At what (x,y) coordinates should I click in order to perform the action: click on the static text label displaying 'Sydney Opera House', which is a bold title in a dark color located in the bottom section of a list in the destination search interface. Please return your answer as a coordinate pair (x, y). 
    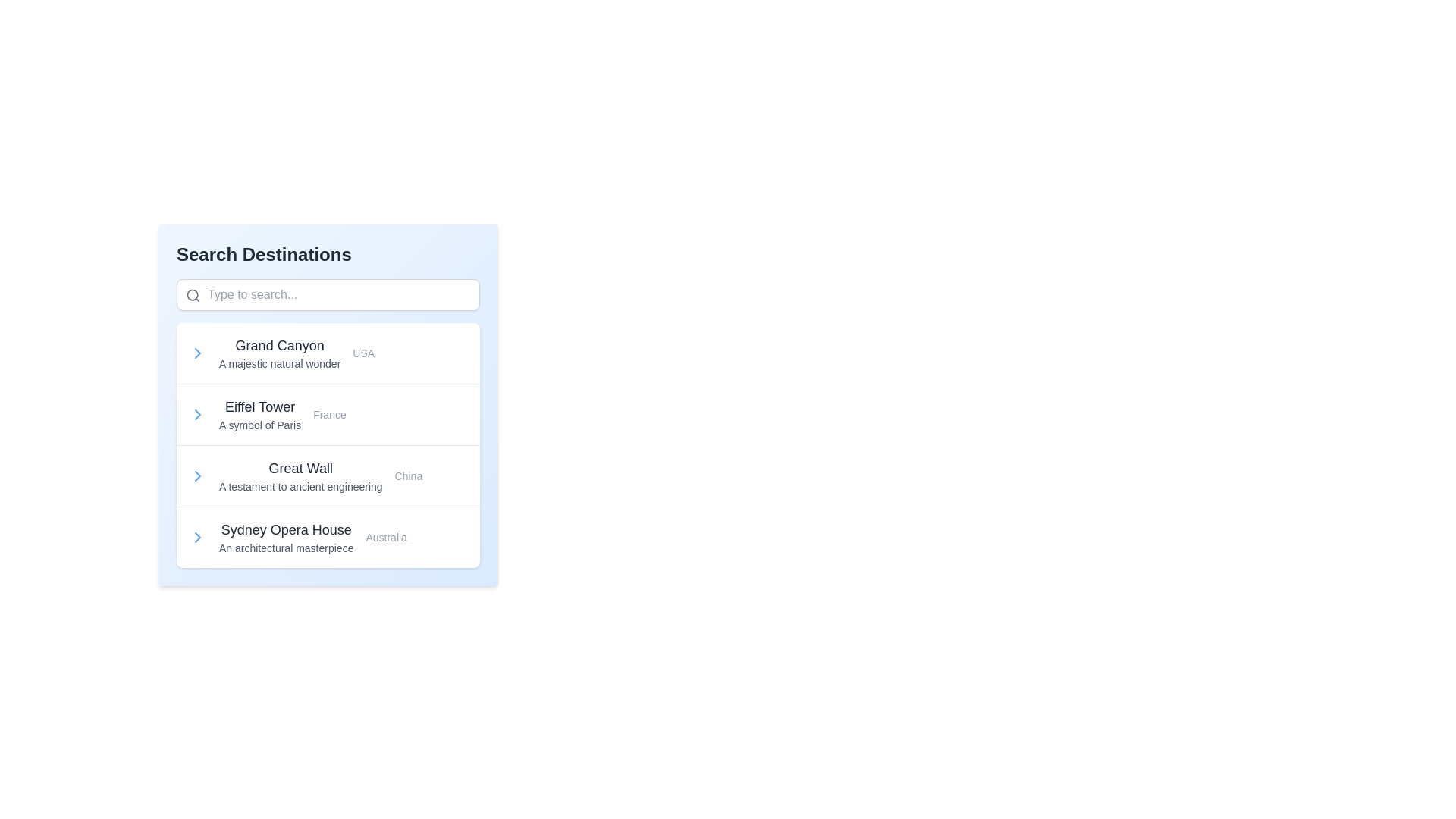
    Looking at the image, I should click on (286, 529).